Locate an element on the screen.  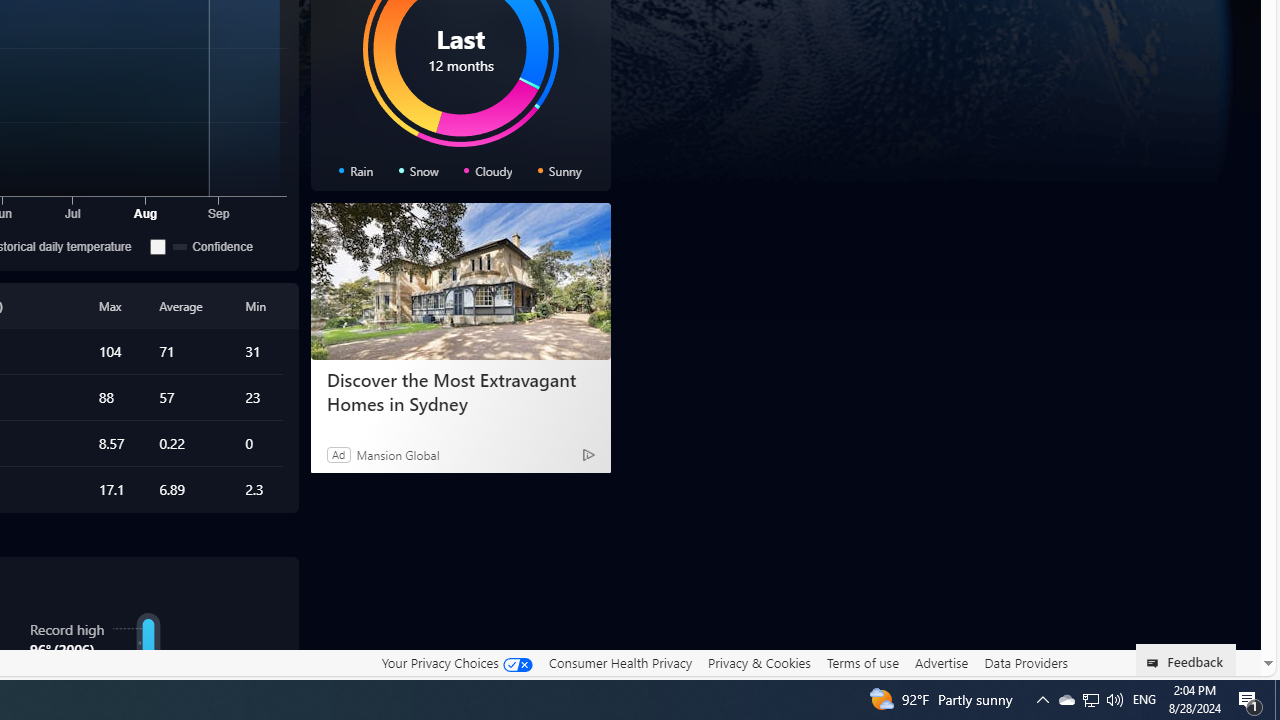
'Class: feedback_link_icon-DS-EntryPoint1-1' is located at coordinates (1156, 663).